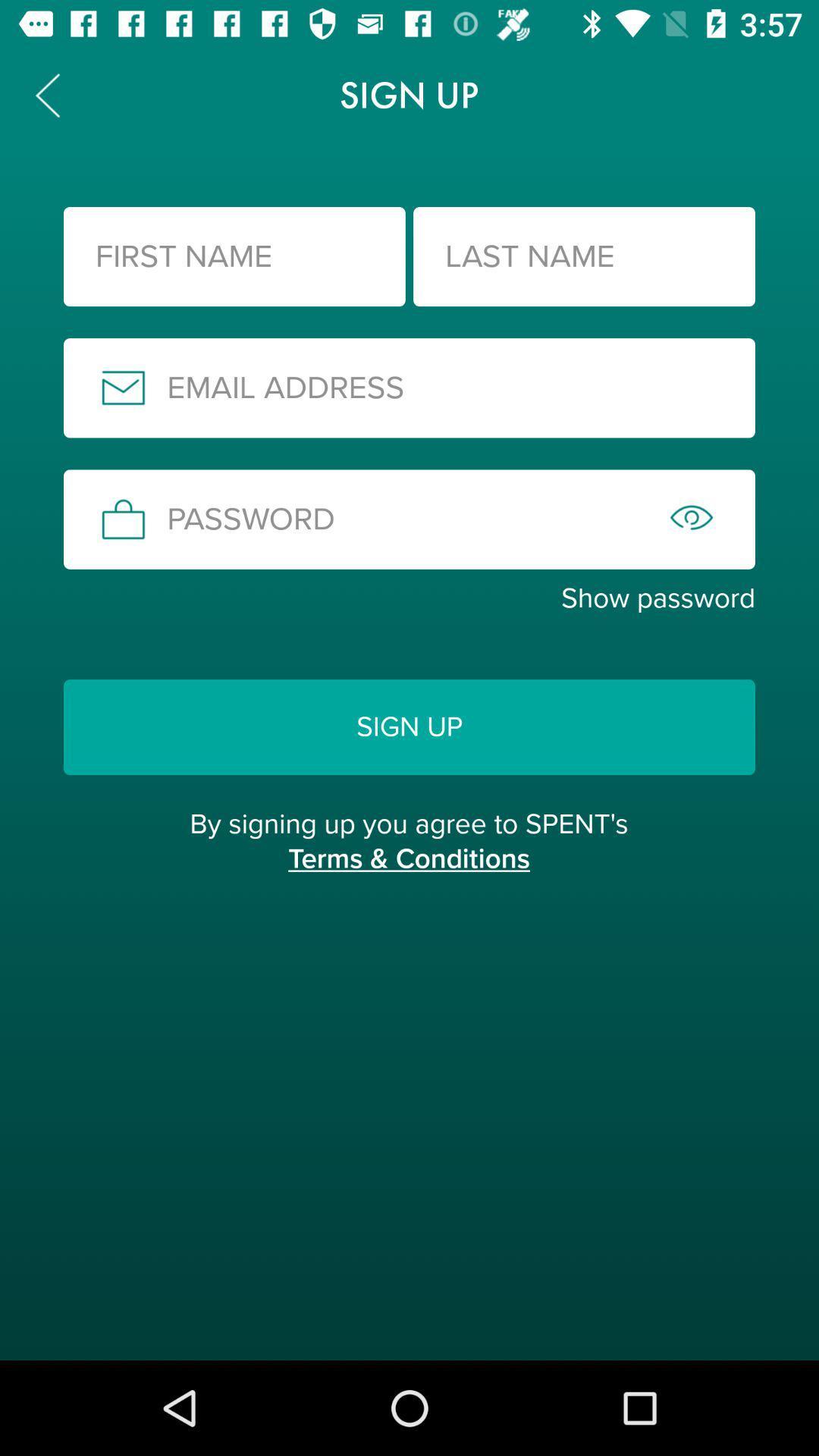  What do you see at coordinates (46, 94) in the screenshot?
I see `icon to the left of the sign up item` at bounding box center [46, 94].